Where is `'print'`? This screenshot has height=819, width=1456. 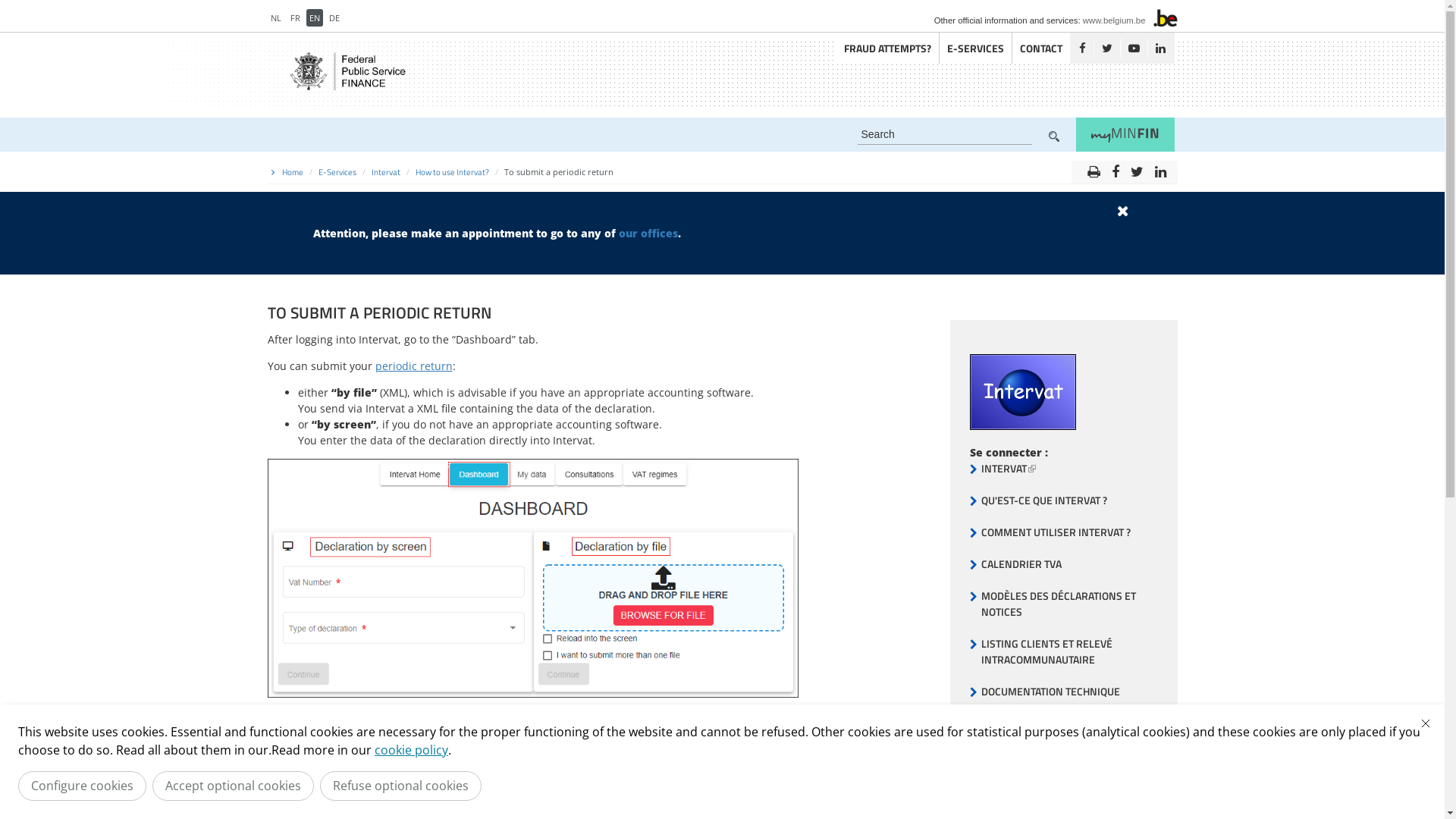 'print' is located at coordinates (1093, 168).